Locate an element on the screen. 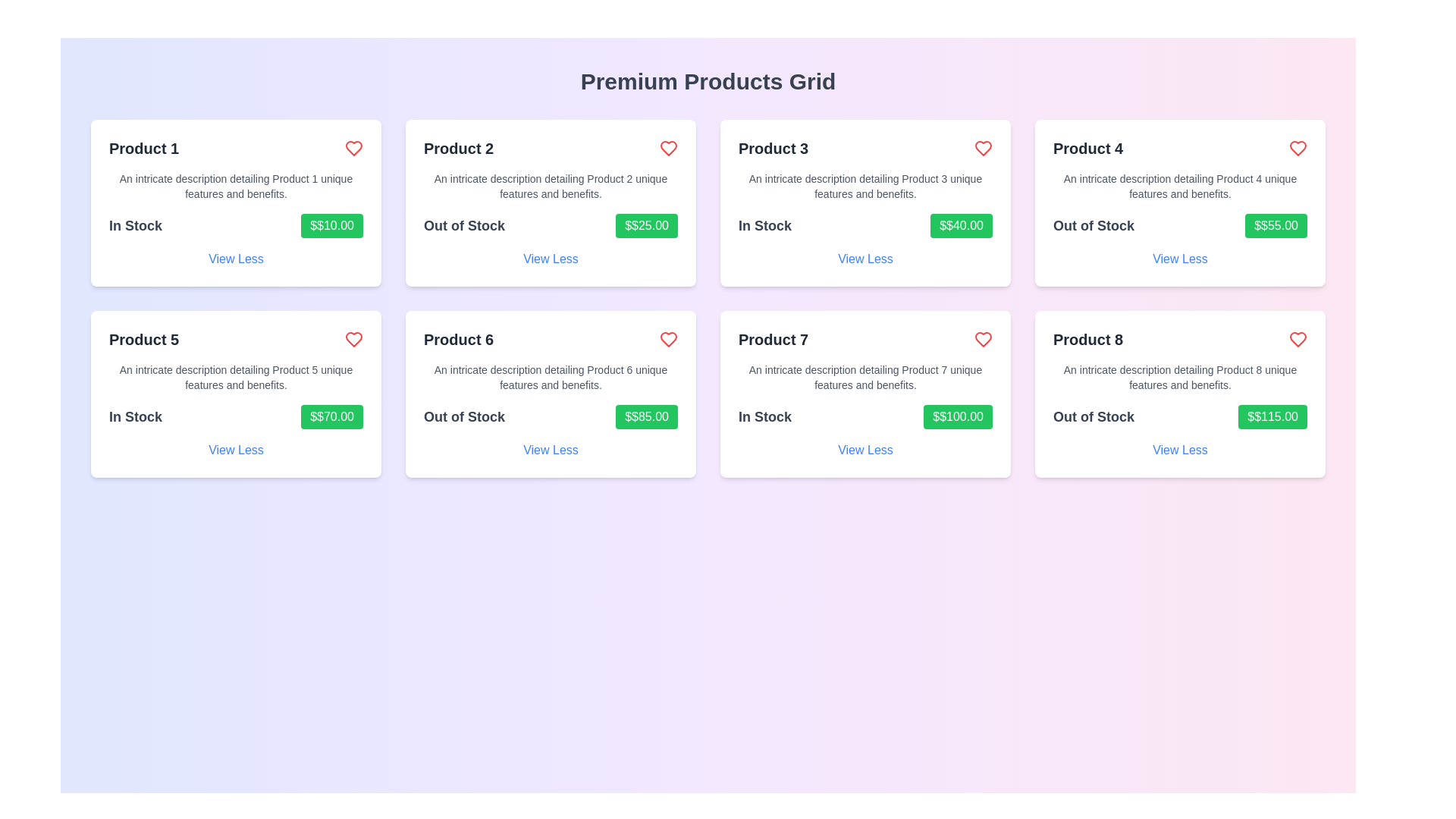 Image resolution: width=1456 pixels, height=819 pixels. the price button in the bottom right section of the 'Product 4' card is located at coordinates (1276, 225).